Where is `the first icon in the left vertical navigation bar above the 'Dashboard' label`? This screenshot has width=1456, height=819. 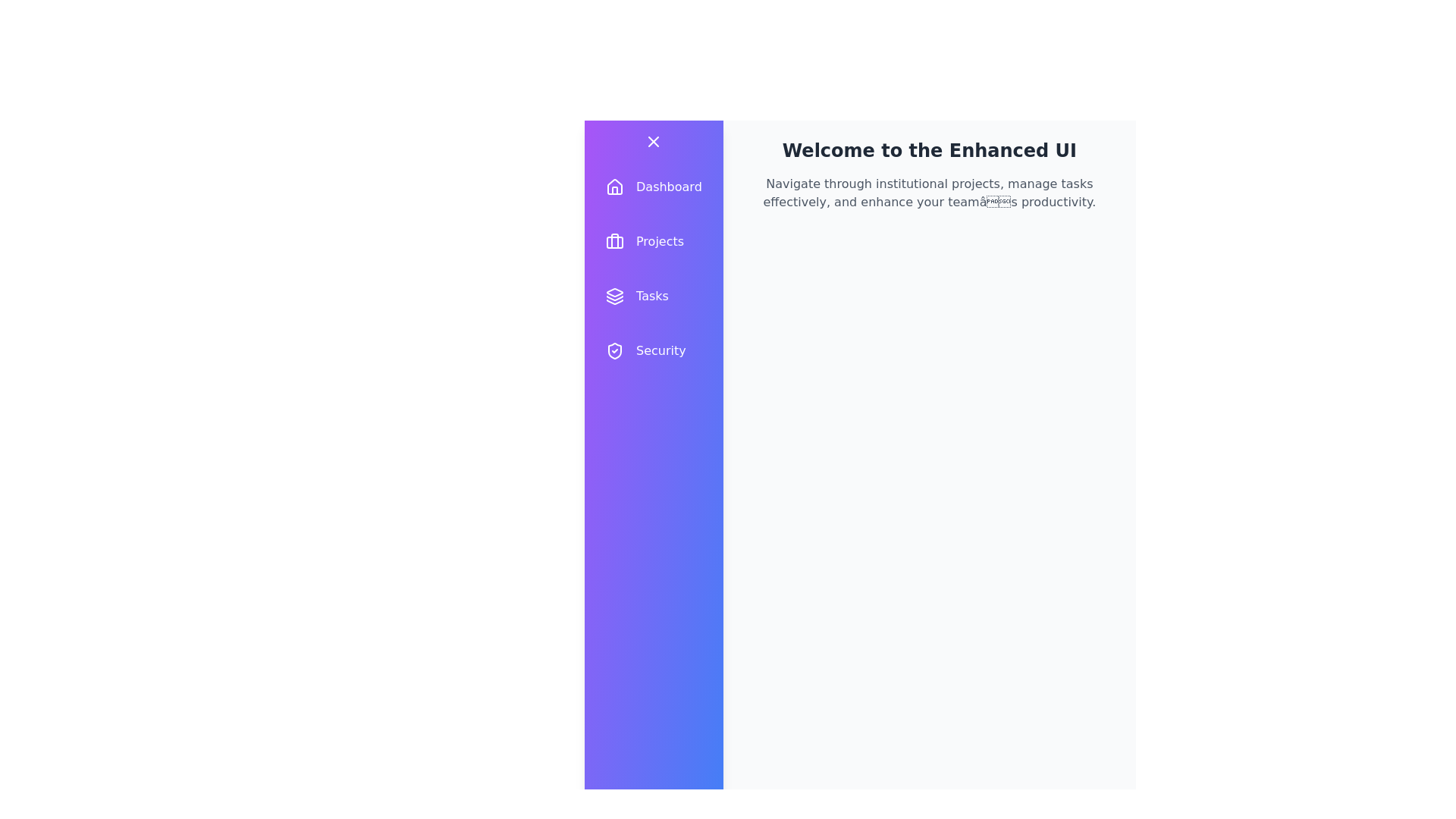 the first icon in the left vertical navigation bar above the 'Dashboard' label is located at coordinates (615, 186).